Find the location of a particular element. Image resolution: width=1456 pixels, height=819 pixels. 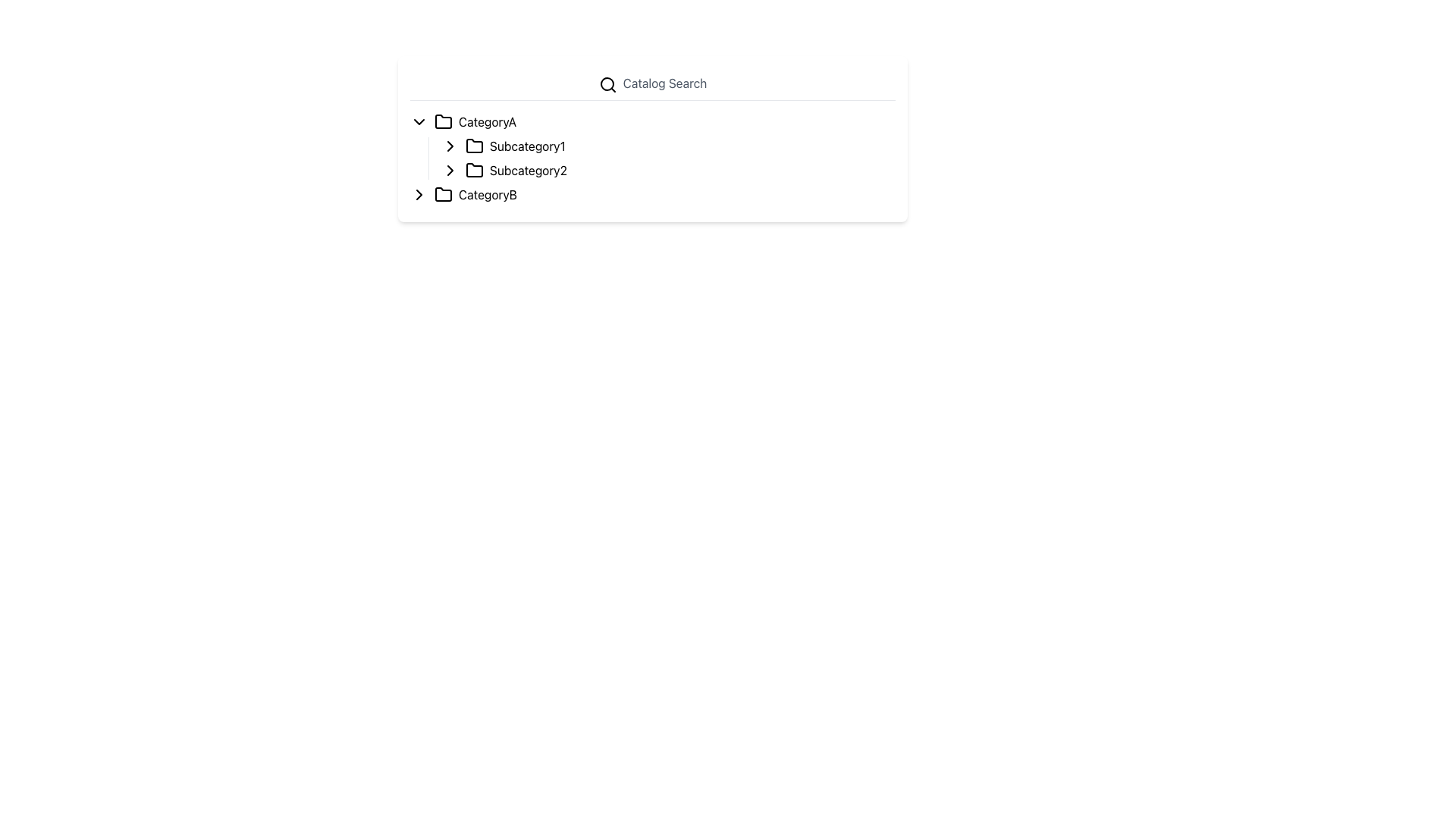

the downward chevron icon indicating the 'CategoryA' section, which is currently expanded and positioned to the left of the text 'CategoryA' is located at coordinates (419, 120).